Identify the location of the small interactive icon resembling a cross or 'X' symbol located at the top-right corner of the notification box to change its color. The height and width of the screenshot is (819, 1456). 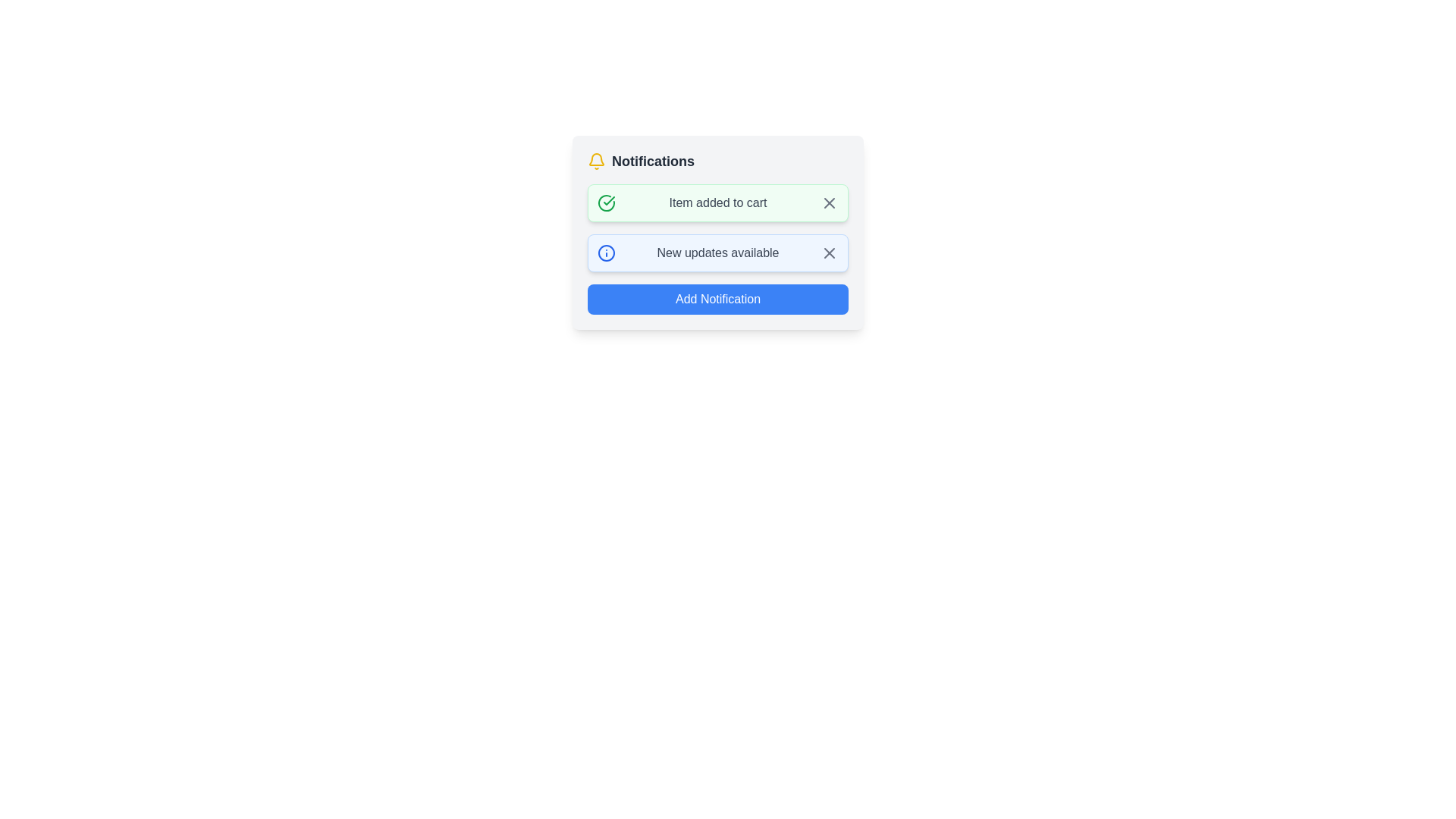
(829, 253).